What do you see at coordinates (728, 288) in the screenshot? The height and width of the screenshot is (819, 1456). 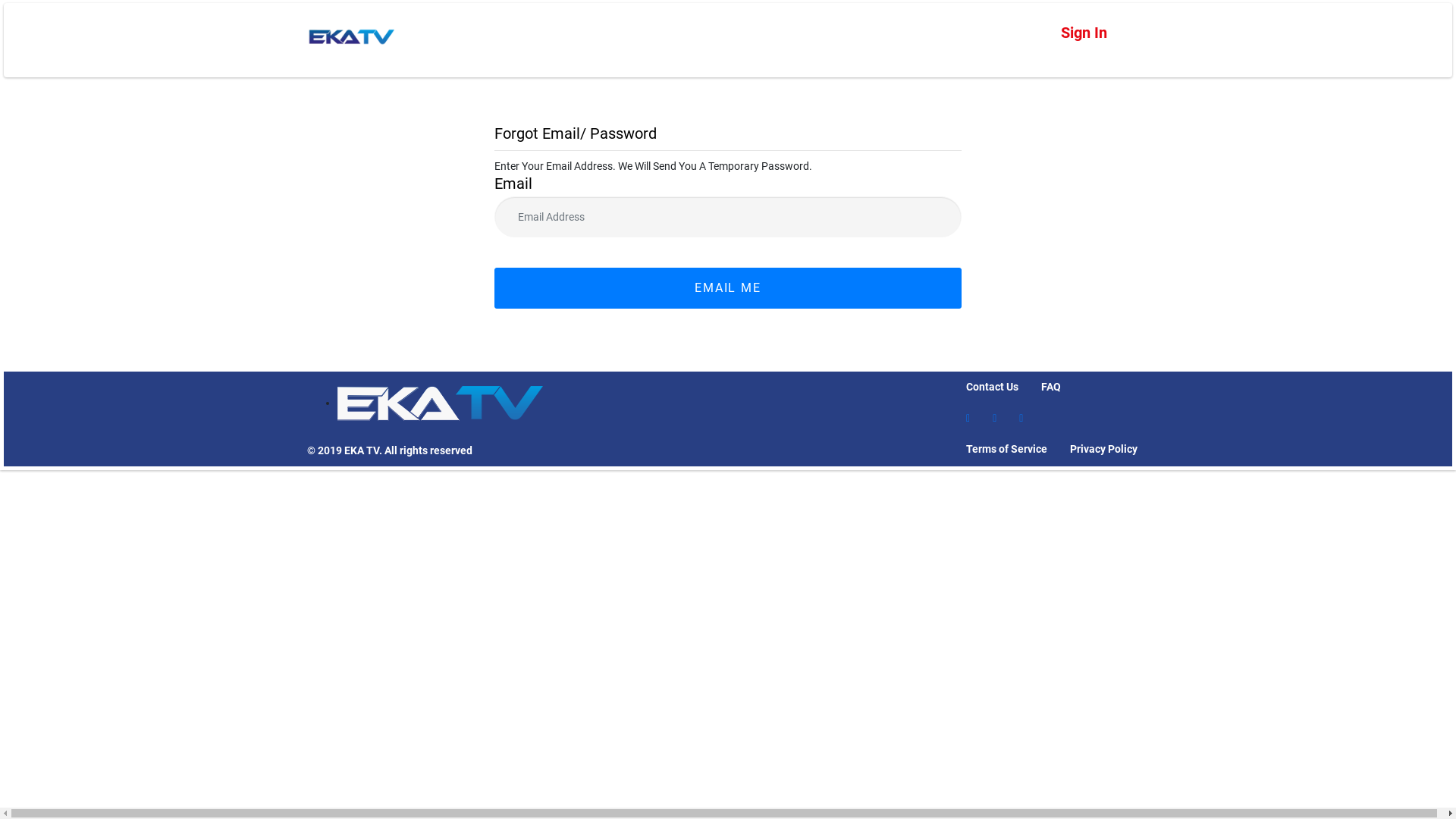 I see `'EMAIL ME'` at bounding box center [728, 288].